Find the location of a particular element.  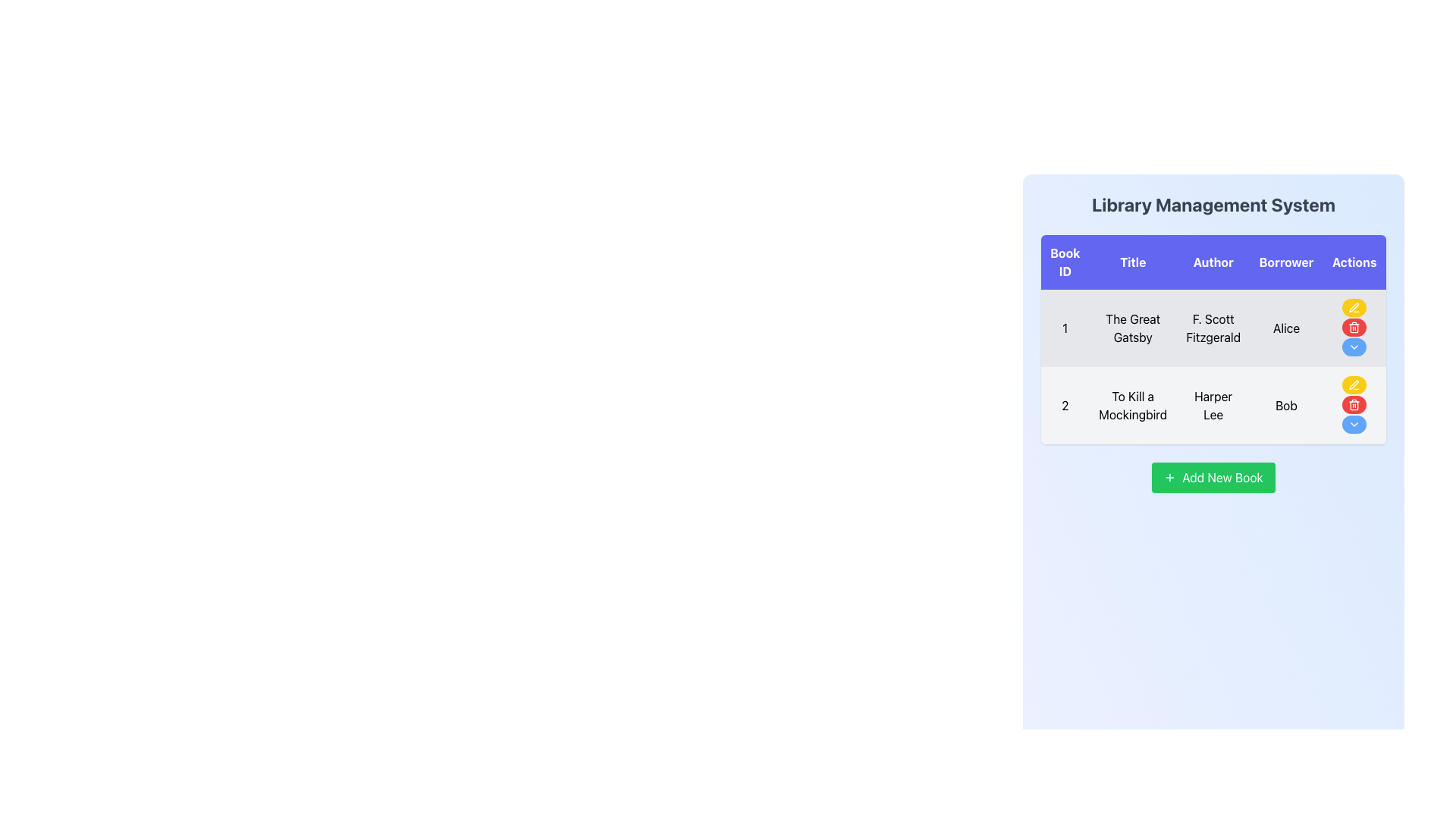

the circular button with a blue background and a white chevron pointing downwards located in the 'Actions' column of the second row is located at coordinates (1354, 424).